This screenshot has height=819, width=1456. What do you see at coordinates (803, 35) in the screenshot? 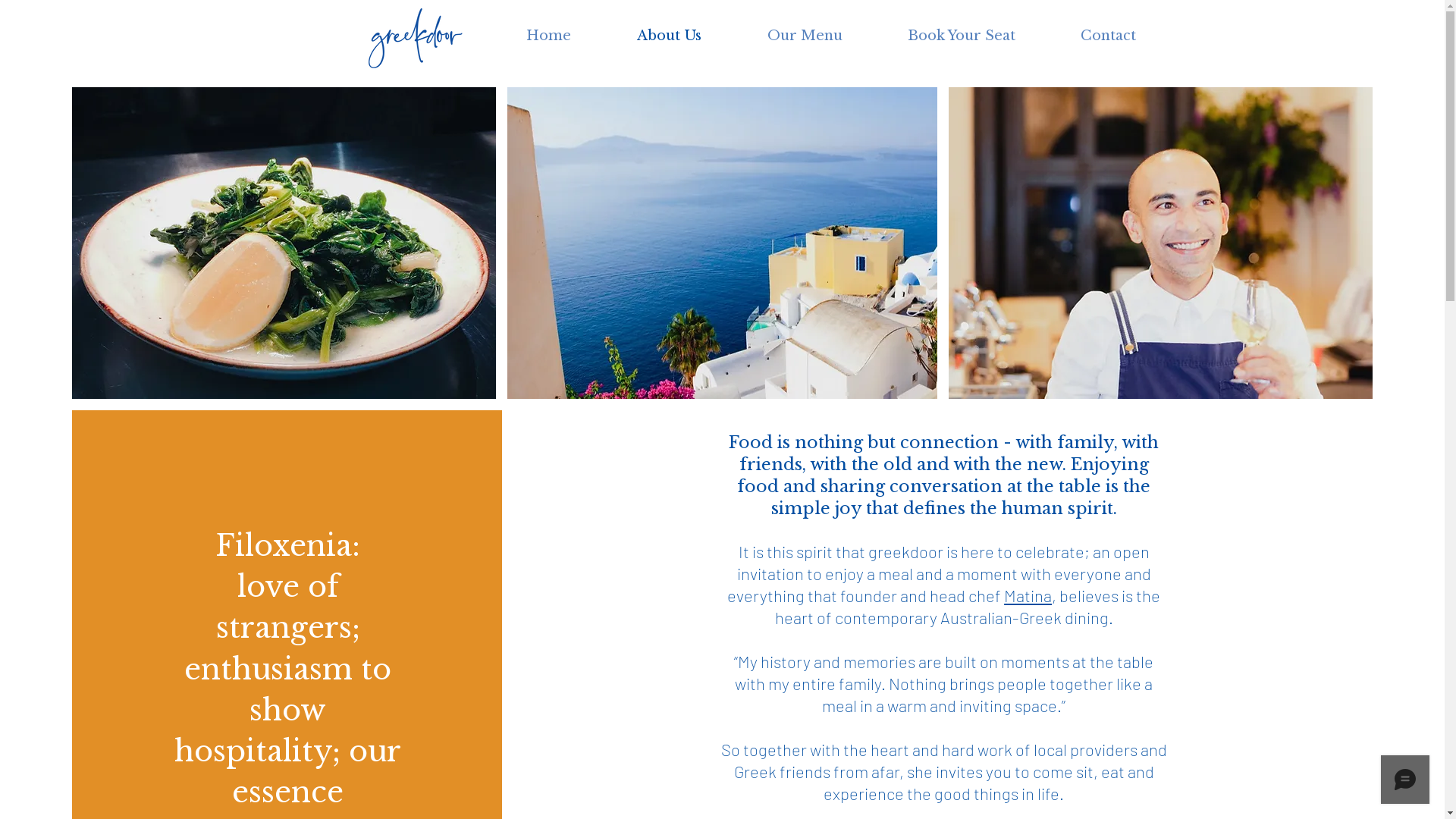
I see `'Our Menu'` at bounding box center [803, 35].